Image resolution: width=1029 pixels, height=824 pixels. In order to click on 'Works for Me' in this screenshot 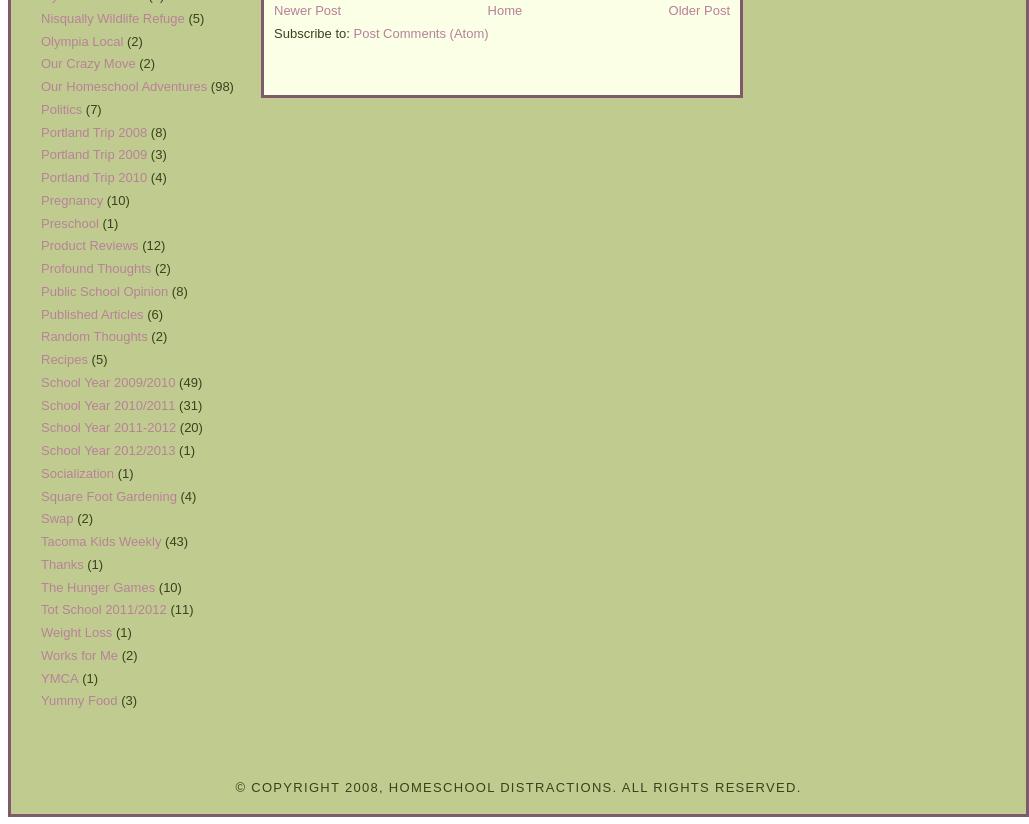, I will do `click(78, 654)`.